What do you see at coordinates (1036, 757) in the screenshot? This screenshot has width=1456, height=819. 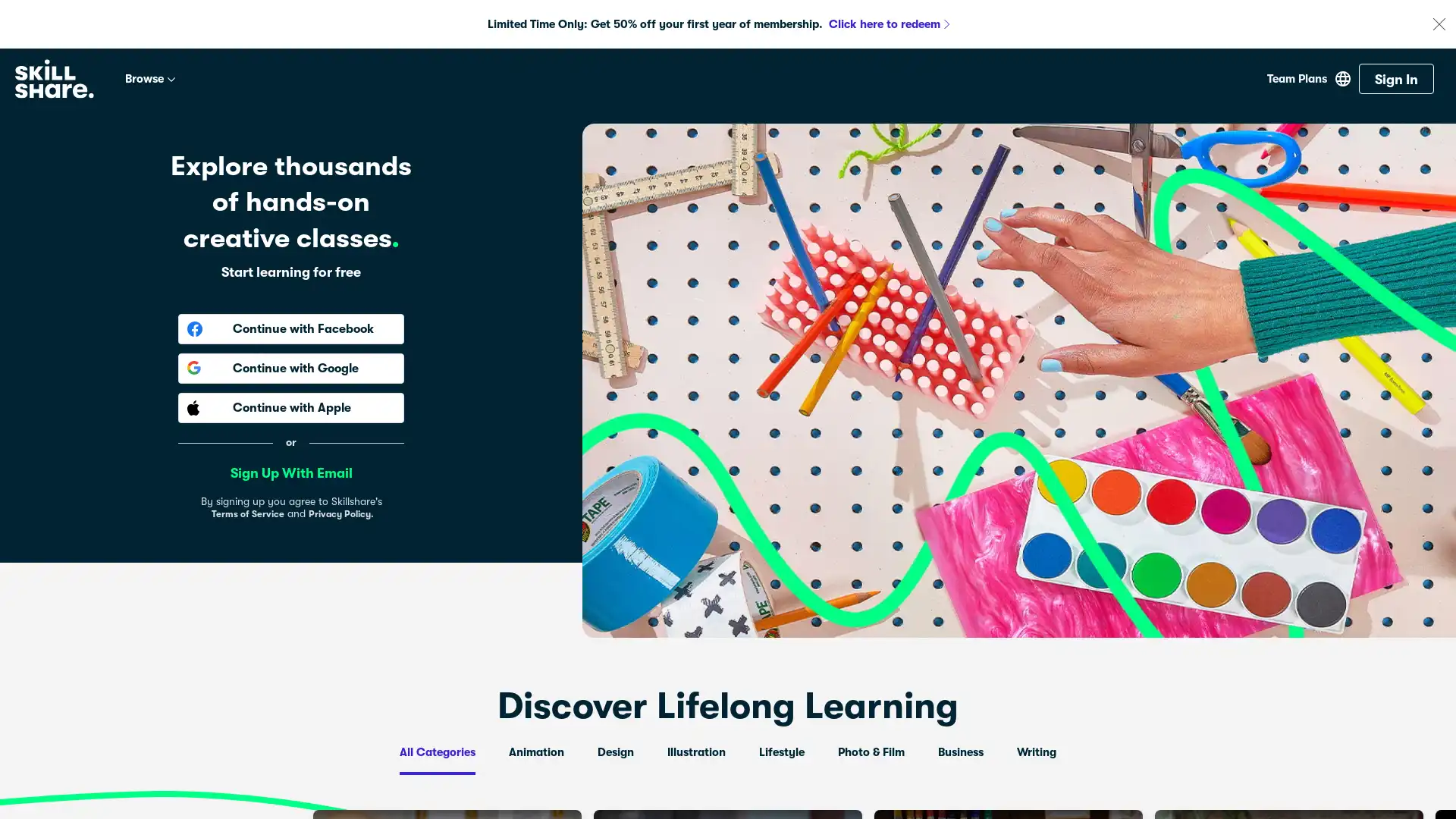 I see `Writing` at bounding box center [1036, 757].